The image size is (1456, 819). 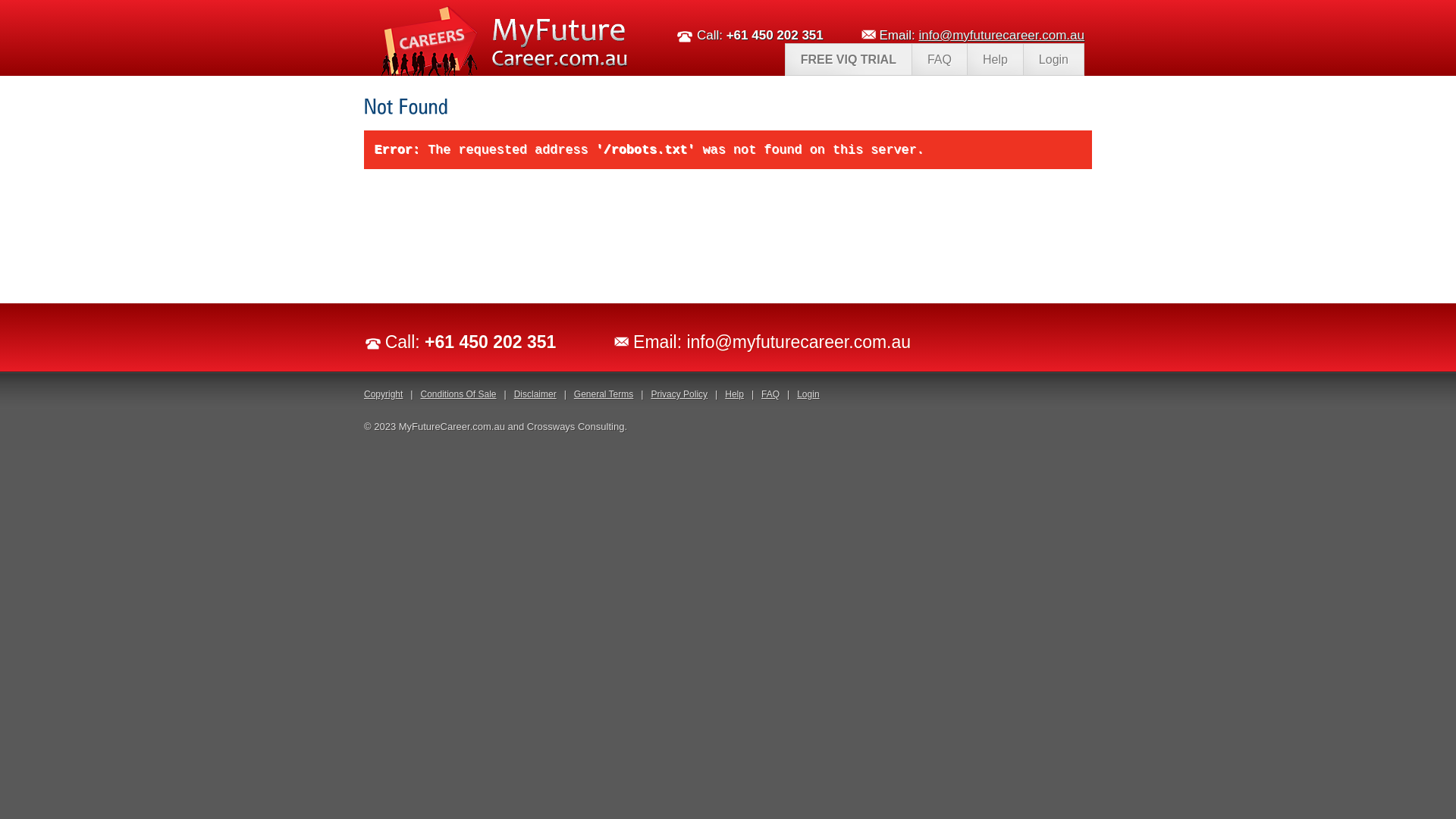 What do you see at coordinates (734, 394) in the screenshot?
I see `'Help'` at bounding box center [734, 394].